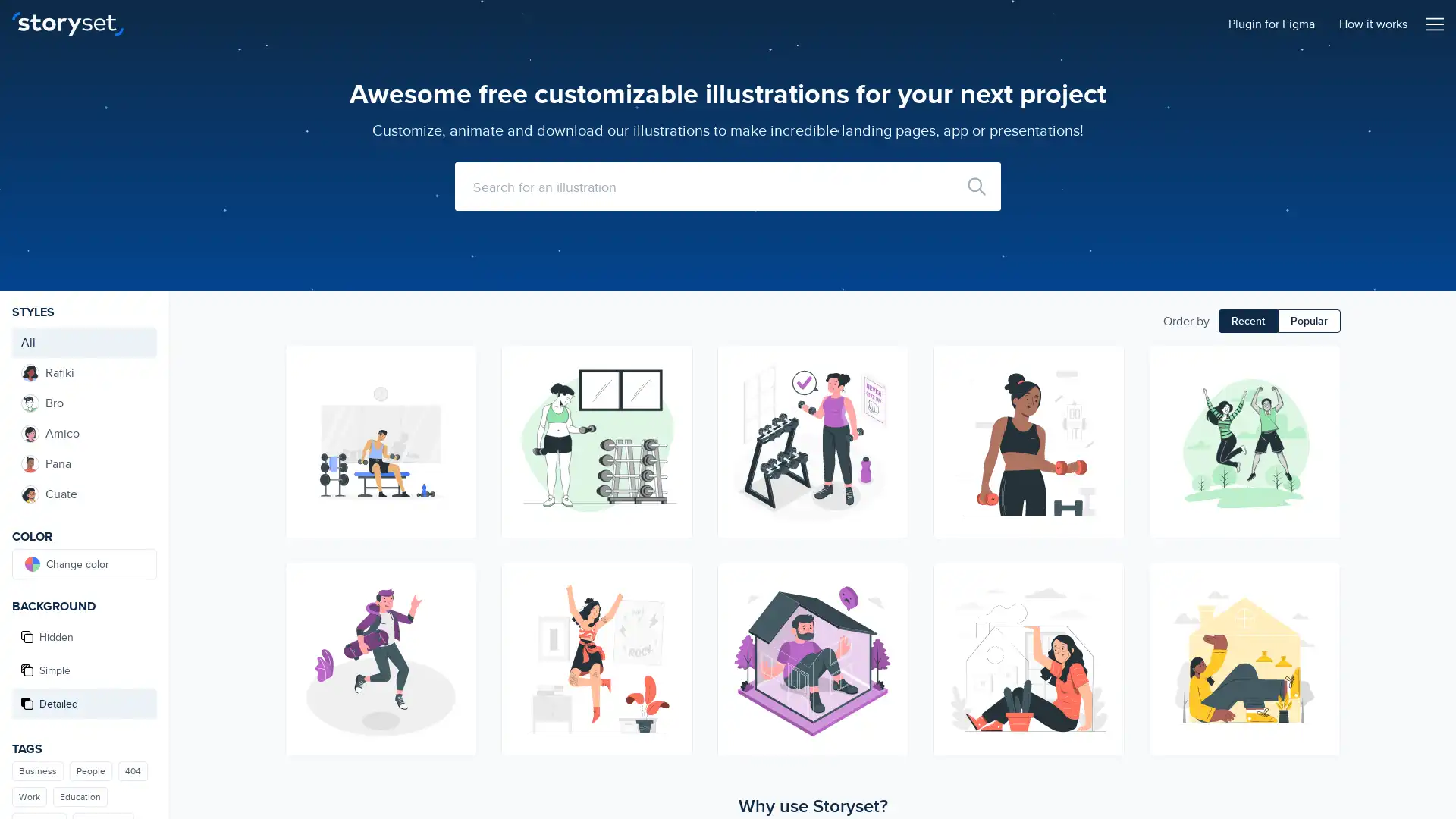  I want to click on wand icon Animate, so click(673, 363).